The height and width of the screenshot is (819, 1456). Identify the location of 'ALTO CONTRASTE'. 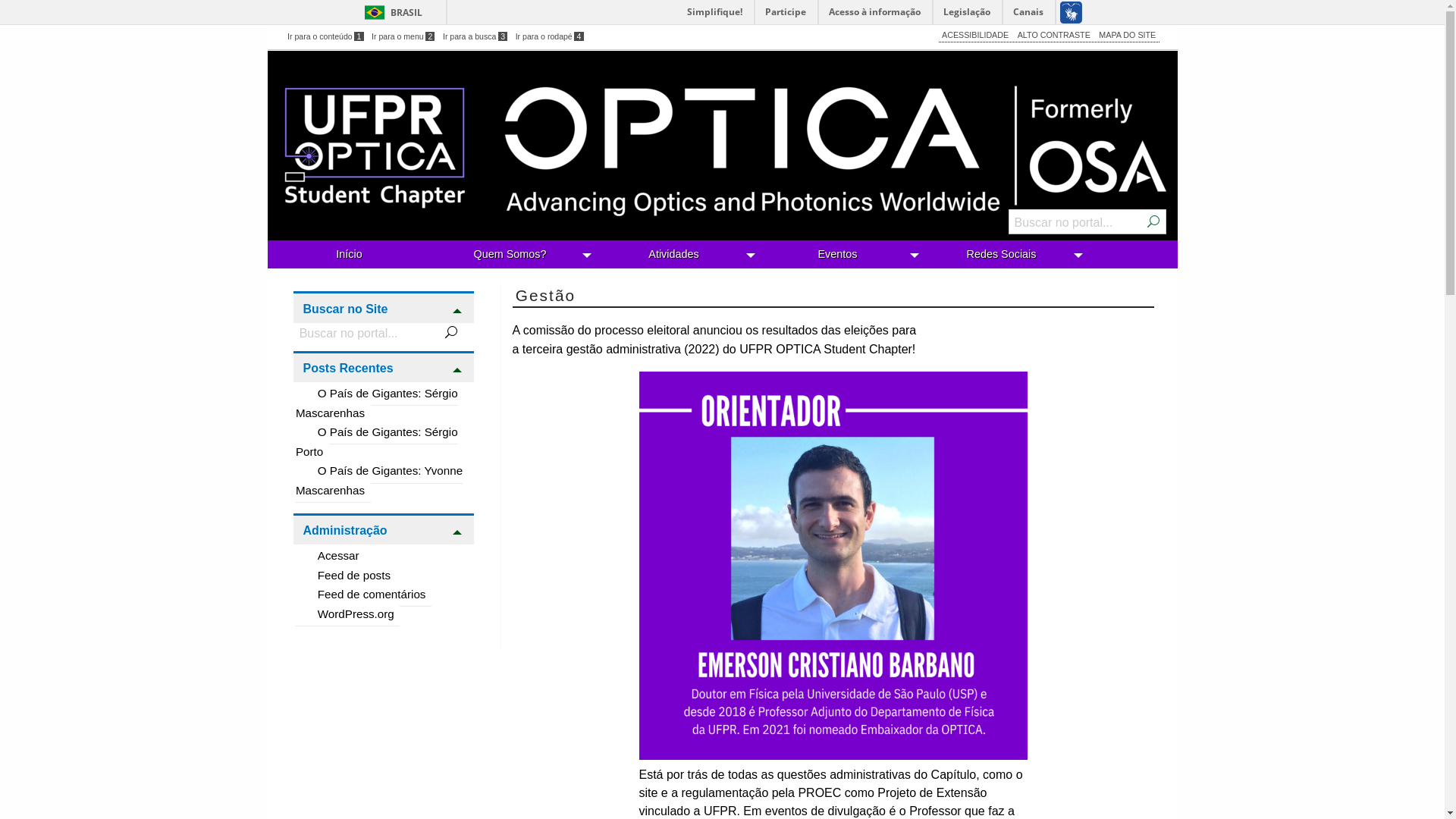
(1053, 34).